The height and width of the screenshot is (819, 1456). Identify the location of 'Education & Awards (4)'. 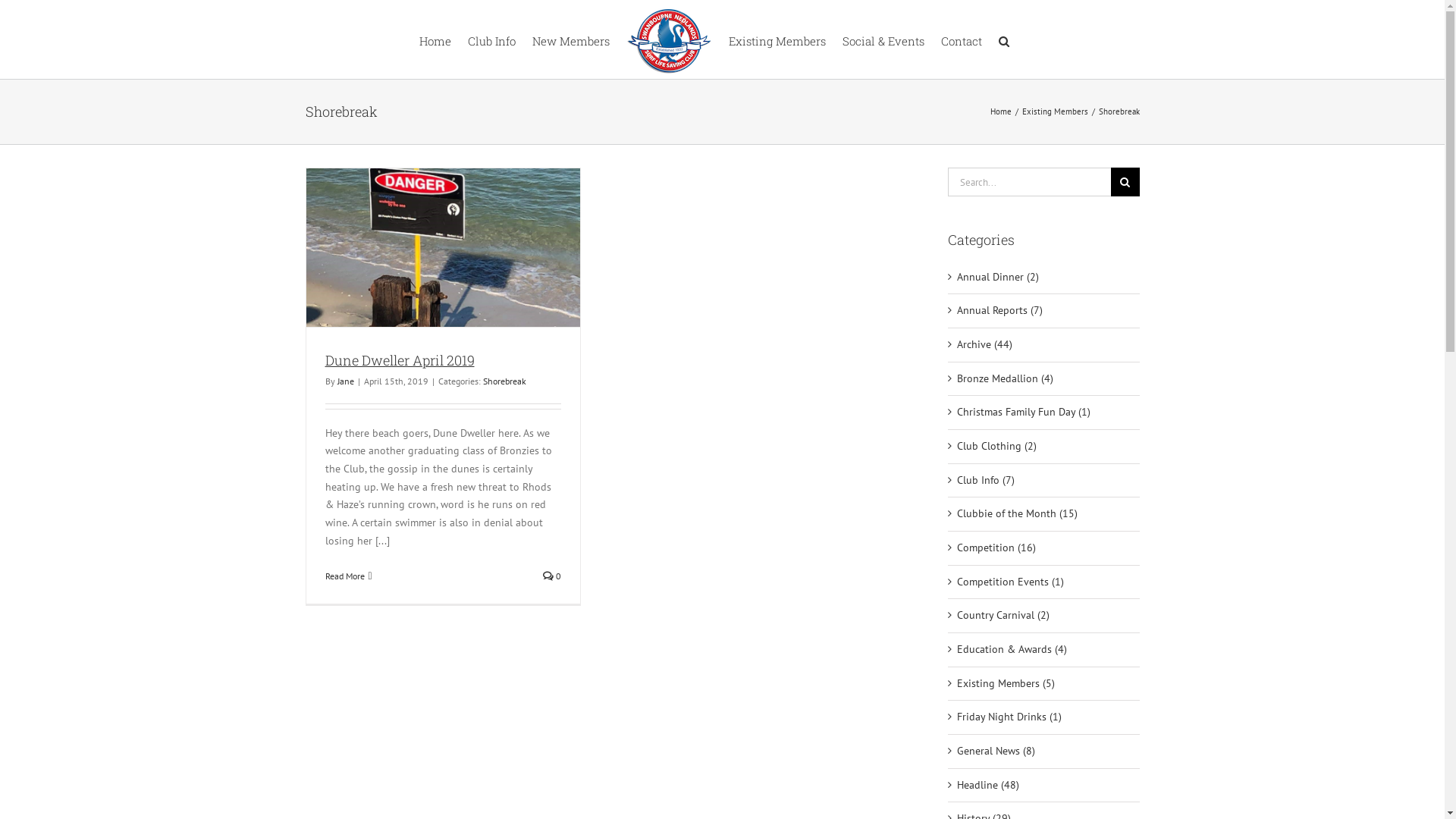
(1043, 648).